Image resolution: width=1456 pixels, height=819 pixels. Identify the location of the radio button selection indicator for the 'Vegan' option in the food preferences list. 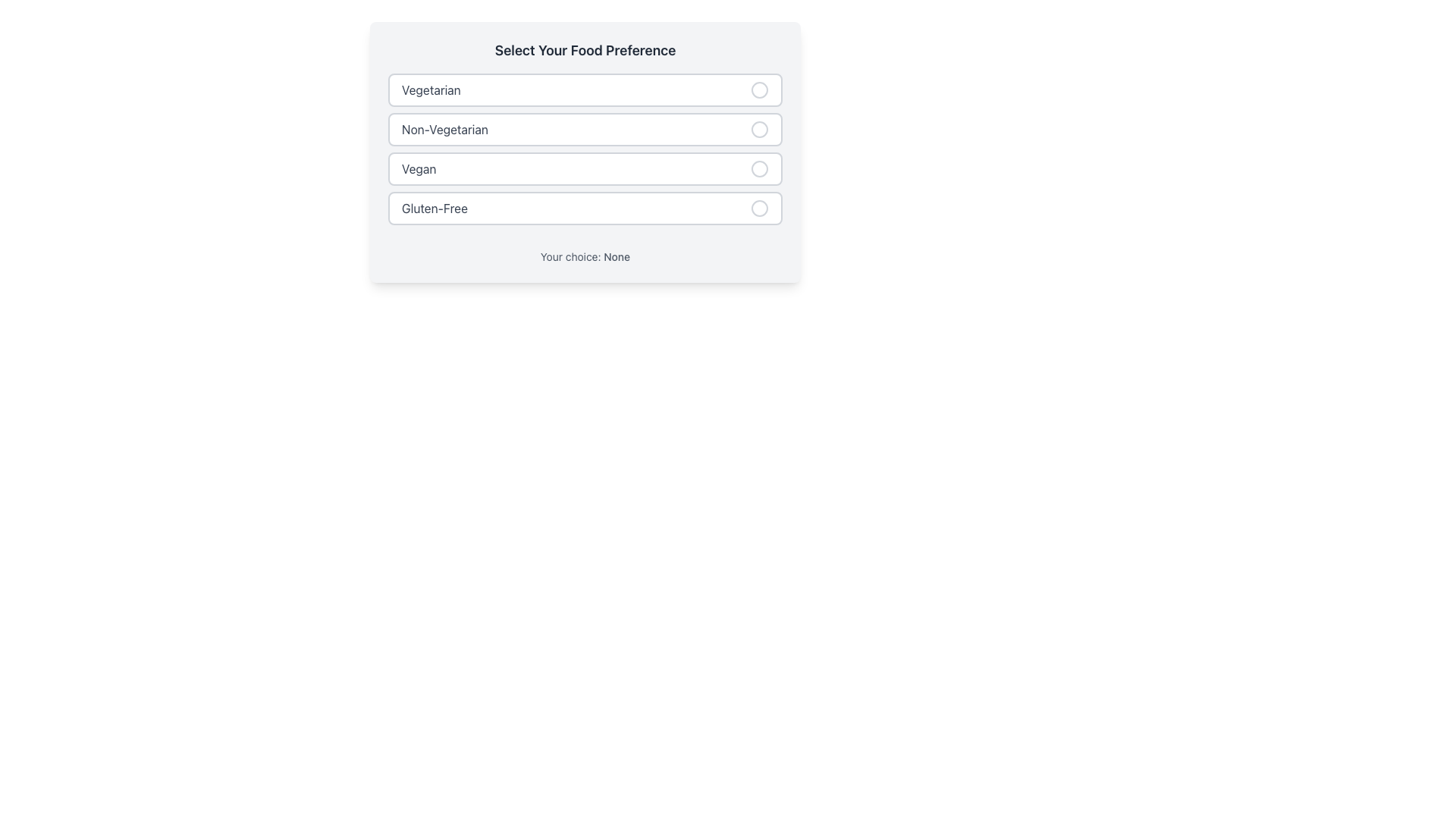
(760, 169).